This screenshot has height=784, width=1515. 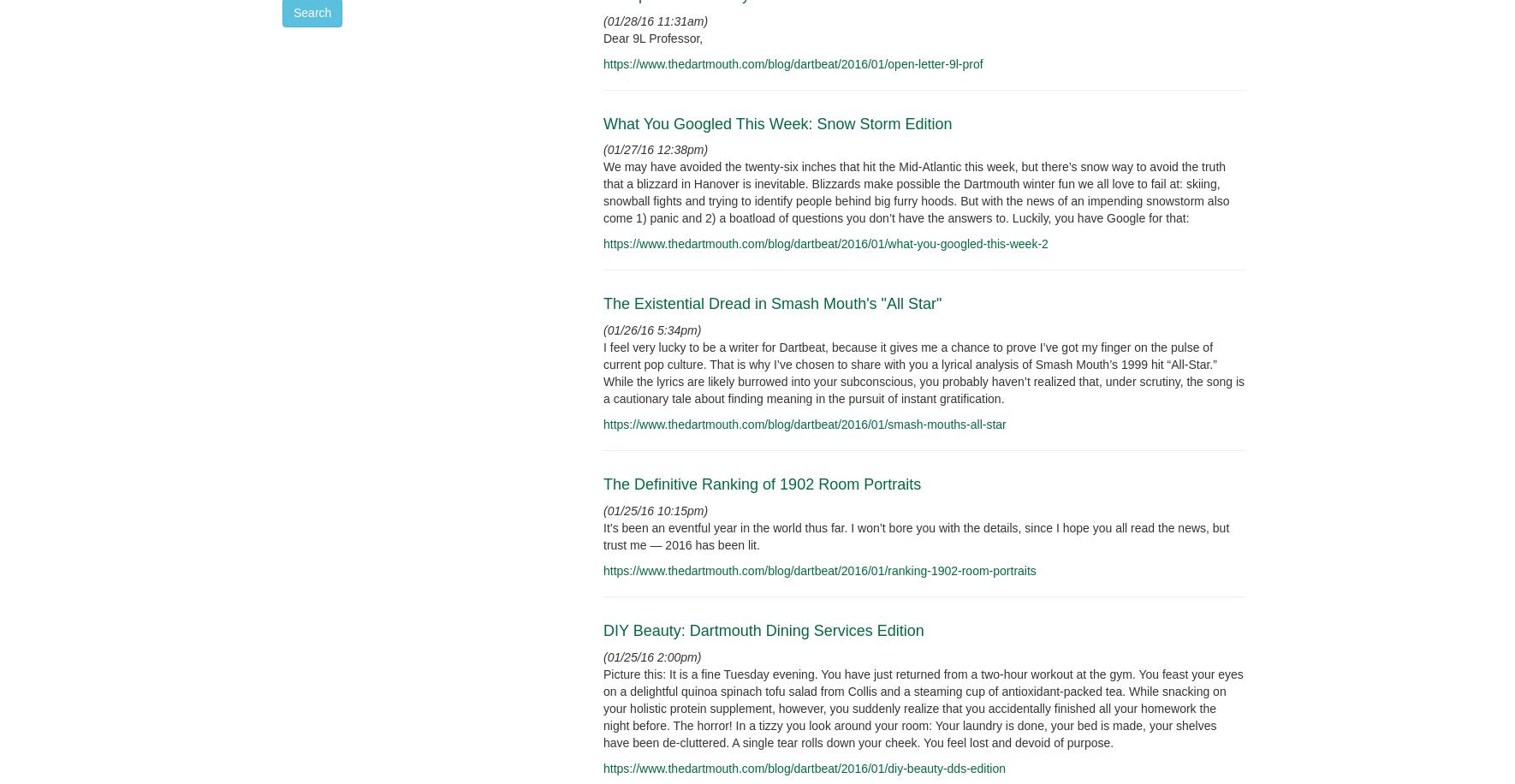 What do you see at coordinates (656, 148) in the screenshot?
I see `'(01/27/16 12:38pm)'` at bounding box center [656, 148].